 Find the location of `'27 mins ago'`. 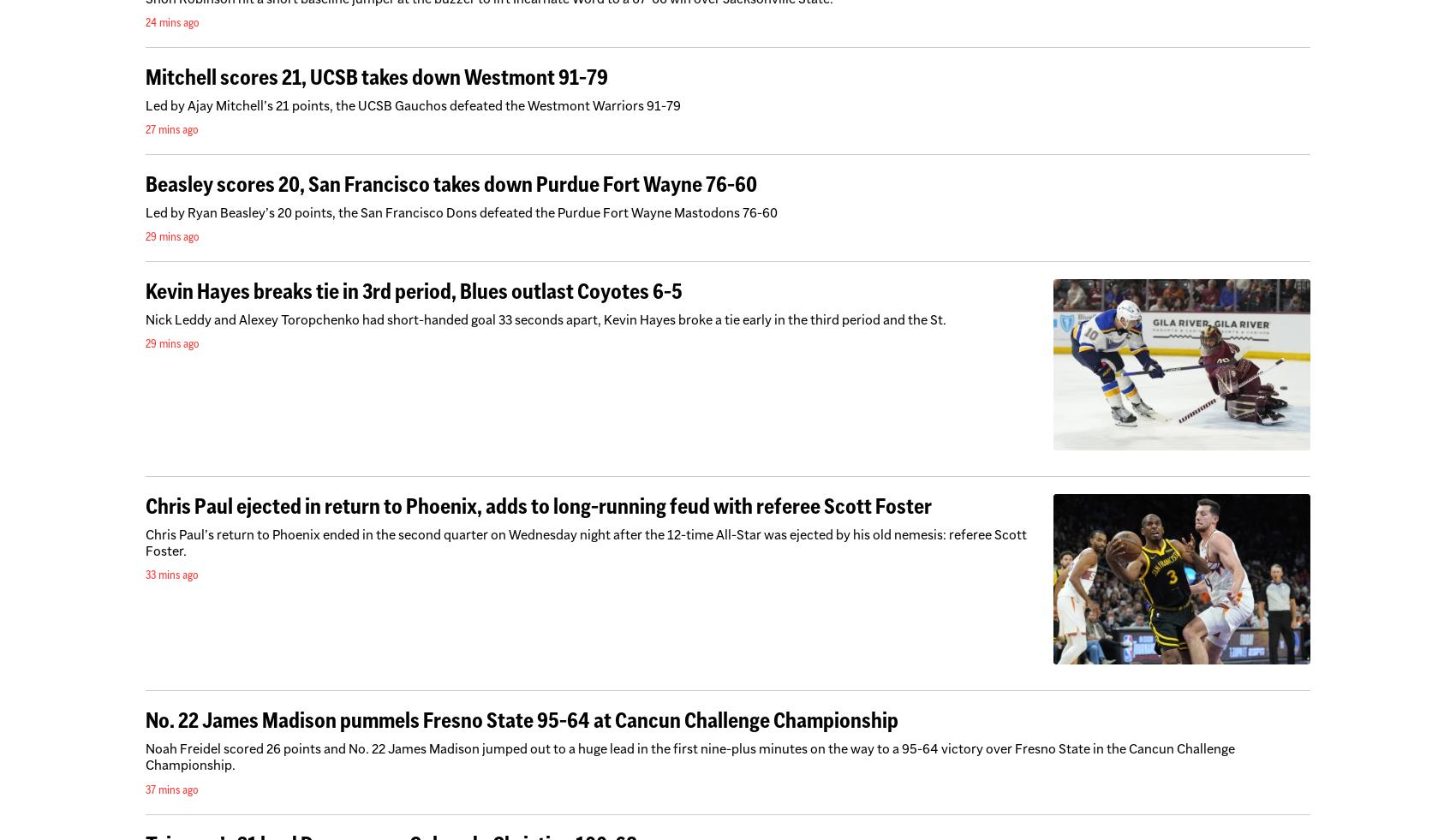

'27 mins ago' is located at coordinates (170, 127).